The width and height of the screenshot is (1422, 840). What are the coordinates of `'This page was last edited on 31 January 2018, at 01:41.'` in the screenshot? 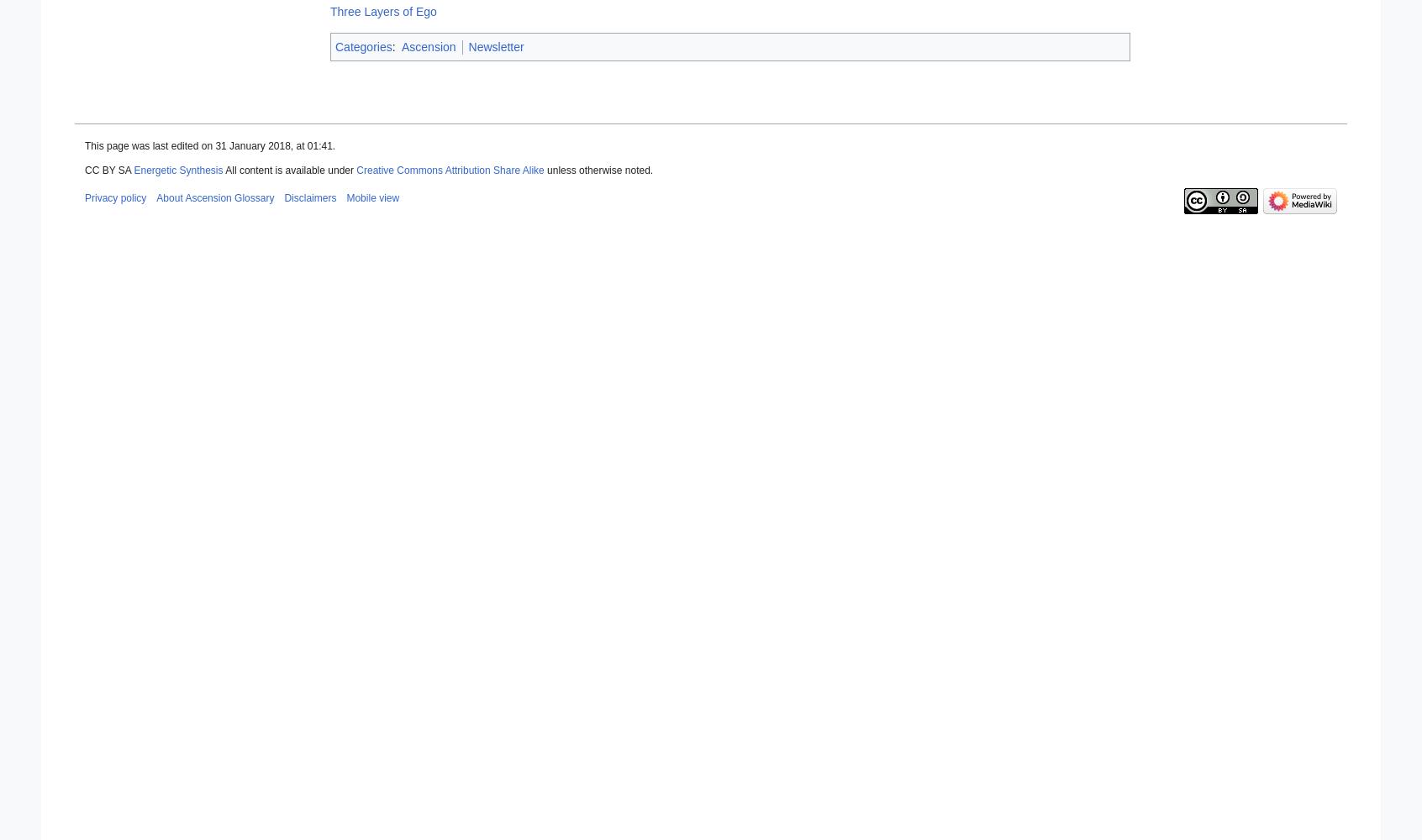 It's located at (210, 146).